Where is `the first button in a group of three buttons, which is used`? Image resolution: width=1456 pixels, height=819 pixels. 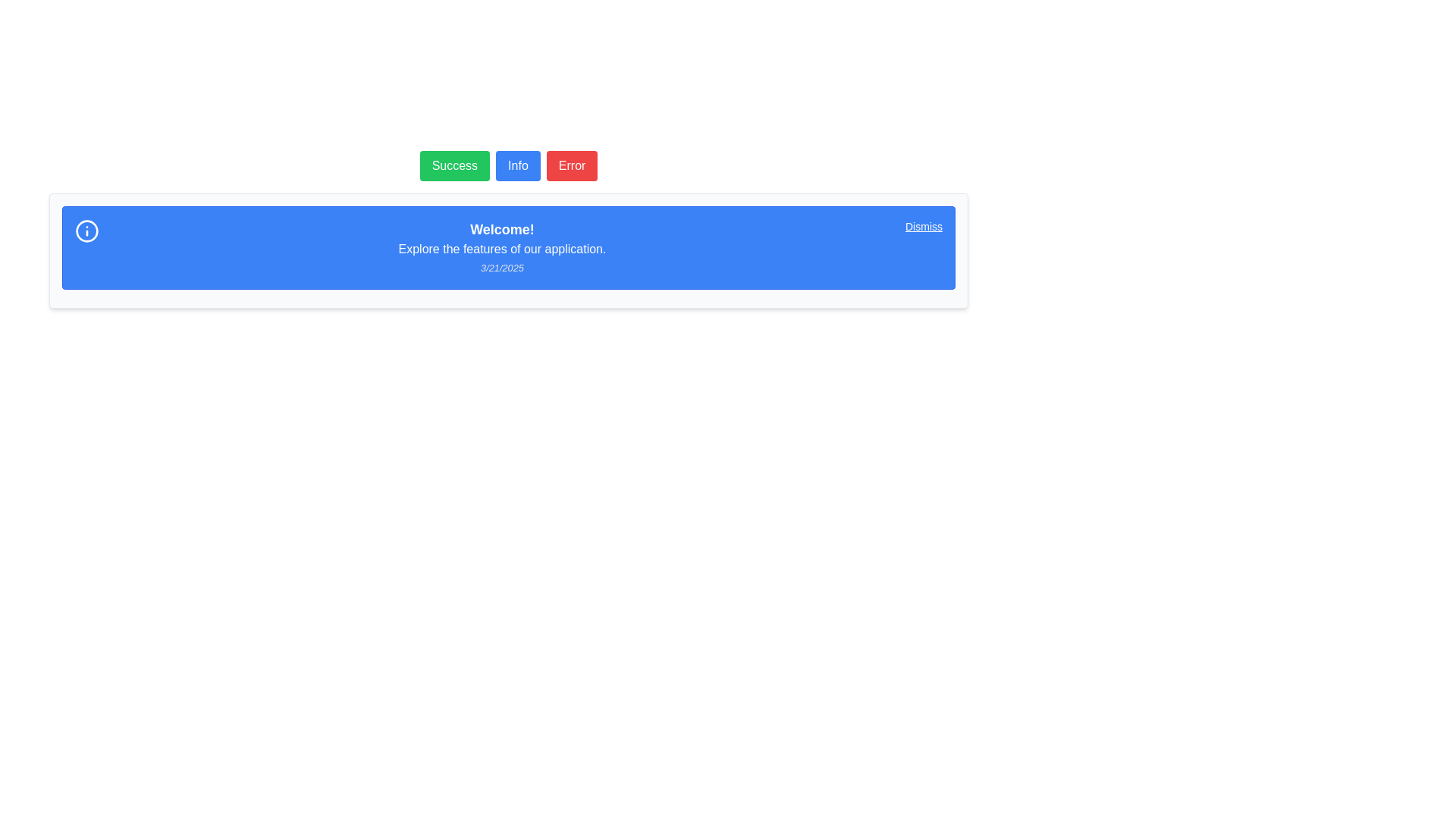
the first button in a group of three buttons, which is used is located at coordinates (453, 166).